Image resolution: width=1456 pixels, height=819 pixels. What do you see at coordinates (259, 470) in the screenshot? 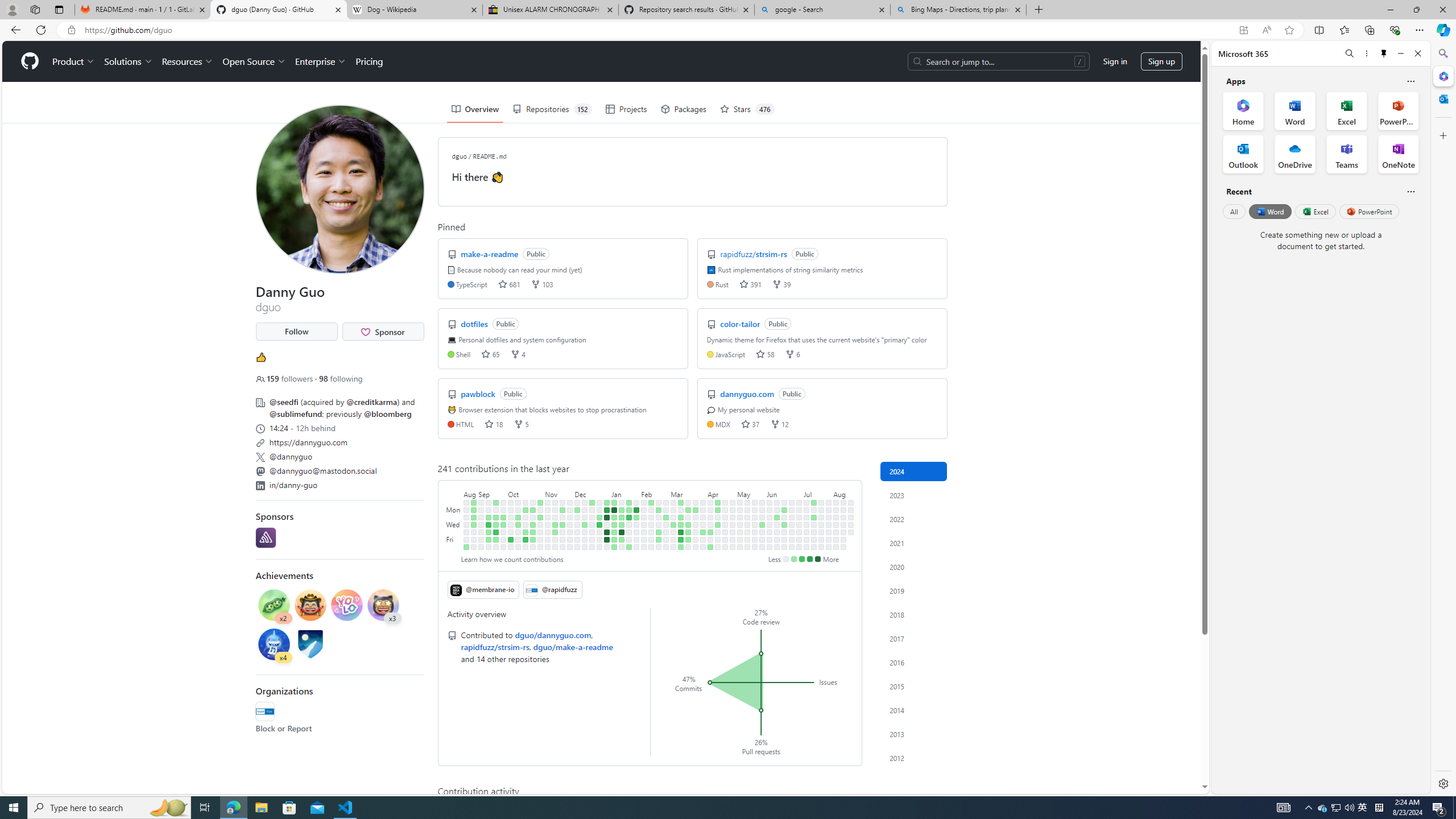
I see `'Mastodon'` at bounding box center [259, 470].